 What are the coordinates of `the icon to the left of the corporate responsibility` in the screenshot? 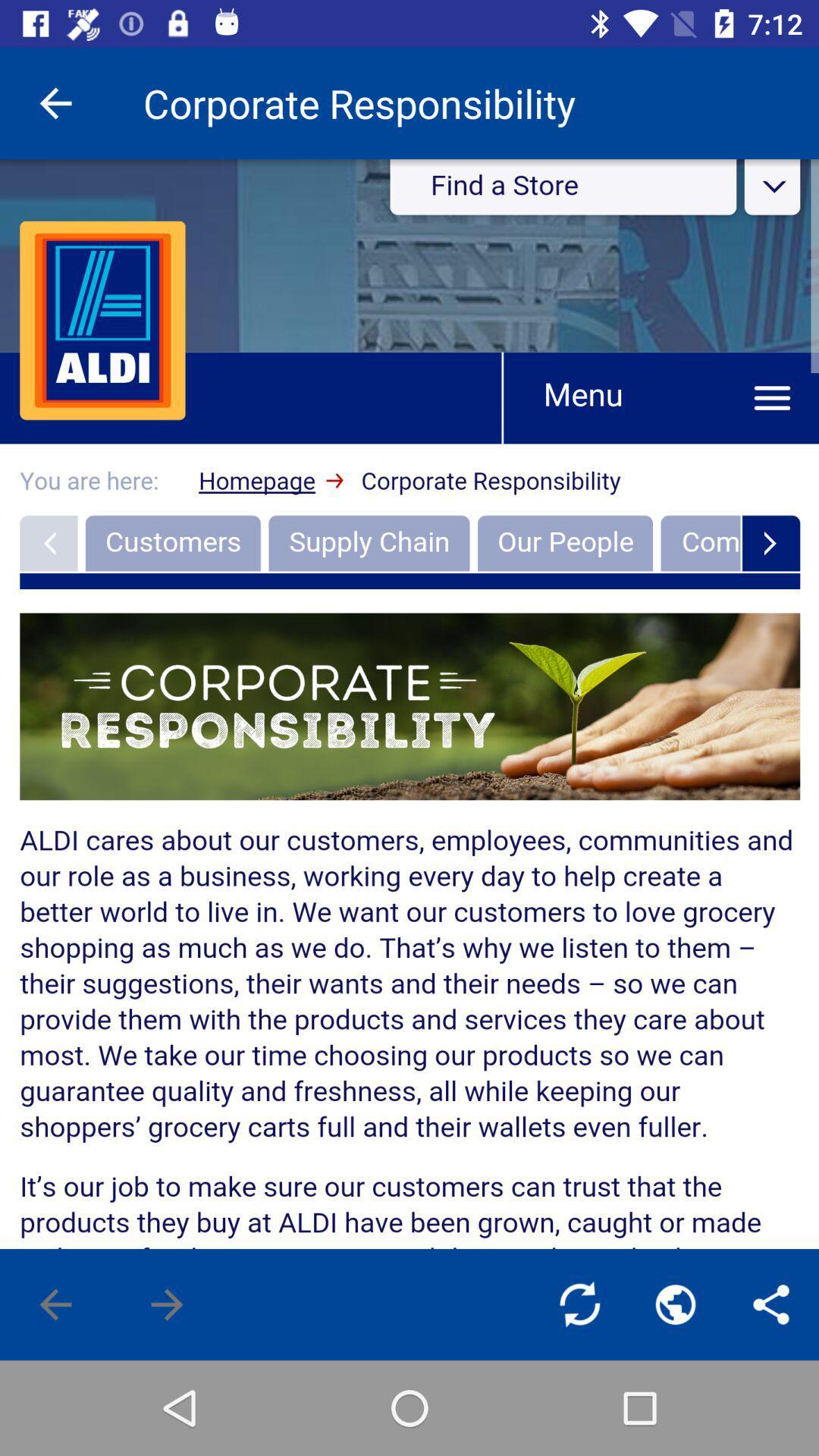 It's located at (55, 102).